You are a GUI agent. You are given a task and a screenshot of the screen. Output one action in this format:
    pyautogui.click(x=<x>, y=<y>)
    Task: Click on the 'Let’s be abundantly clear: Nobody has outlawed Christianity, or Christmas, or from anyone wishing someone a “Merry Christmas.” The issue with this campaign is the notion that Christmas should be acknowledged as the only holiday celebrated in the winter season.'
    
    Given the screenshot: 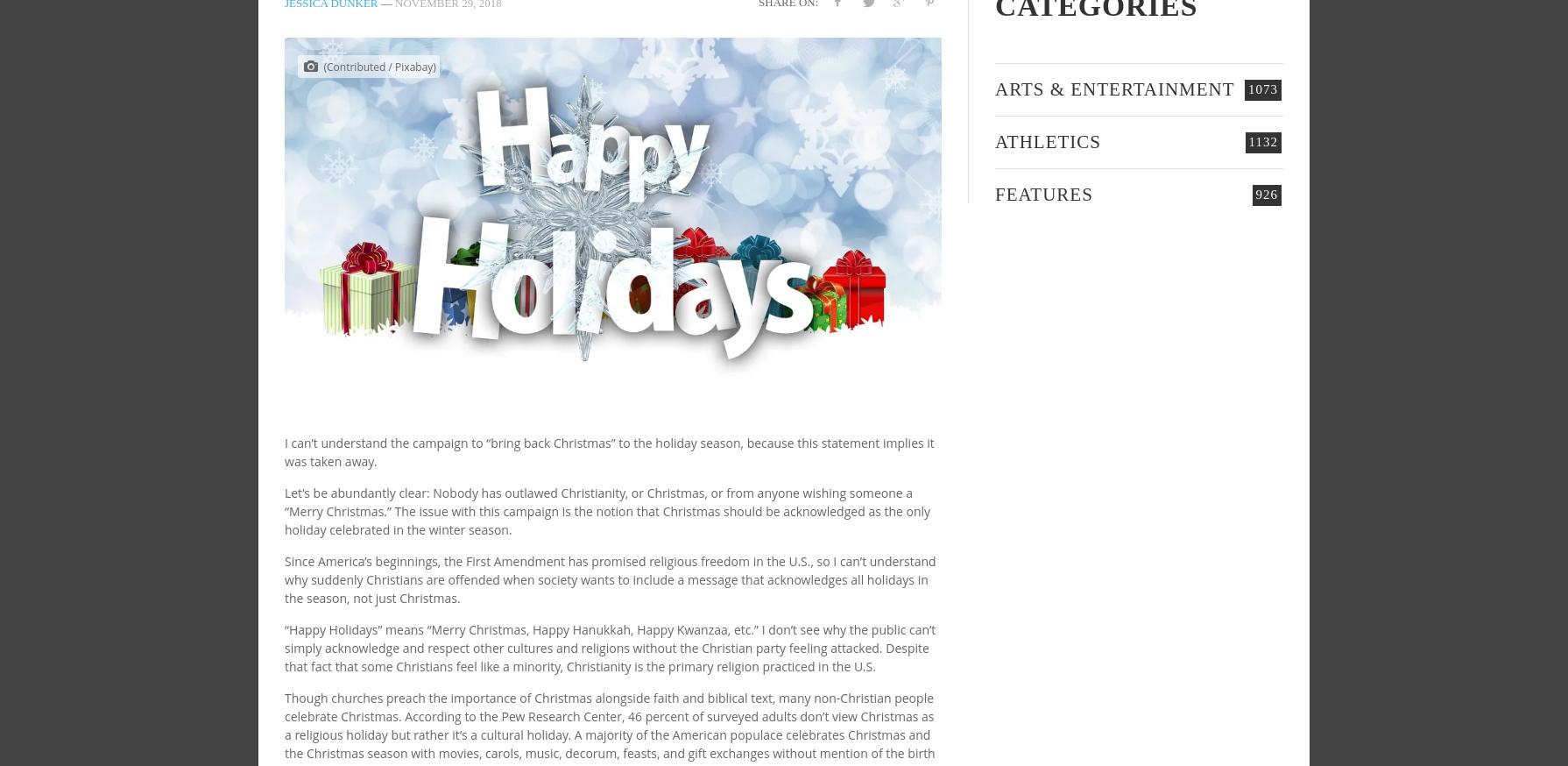 What is the action you would take?
    pyautogui.click(x=606, y=510)
    